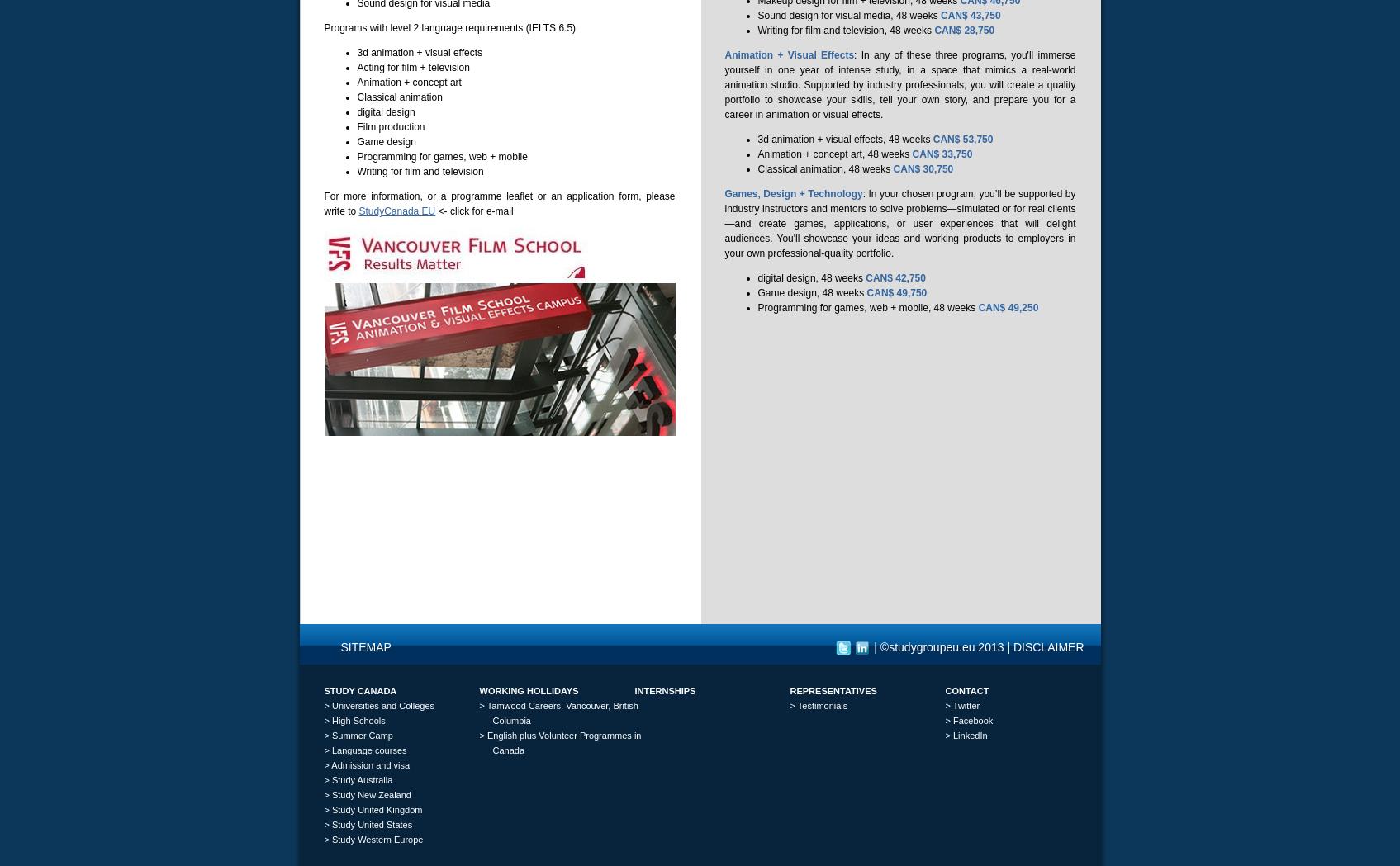 This screenshot has height=866, width=1400. I want to click on 'Animation + Visual Effects', so click(789, 55).